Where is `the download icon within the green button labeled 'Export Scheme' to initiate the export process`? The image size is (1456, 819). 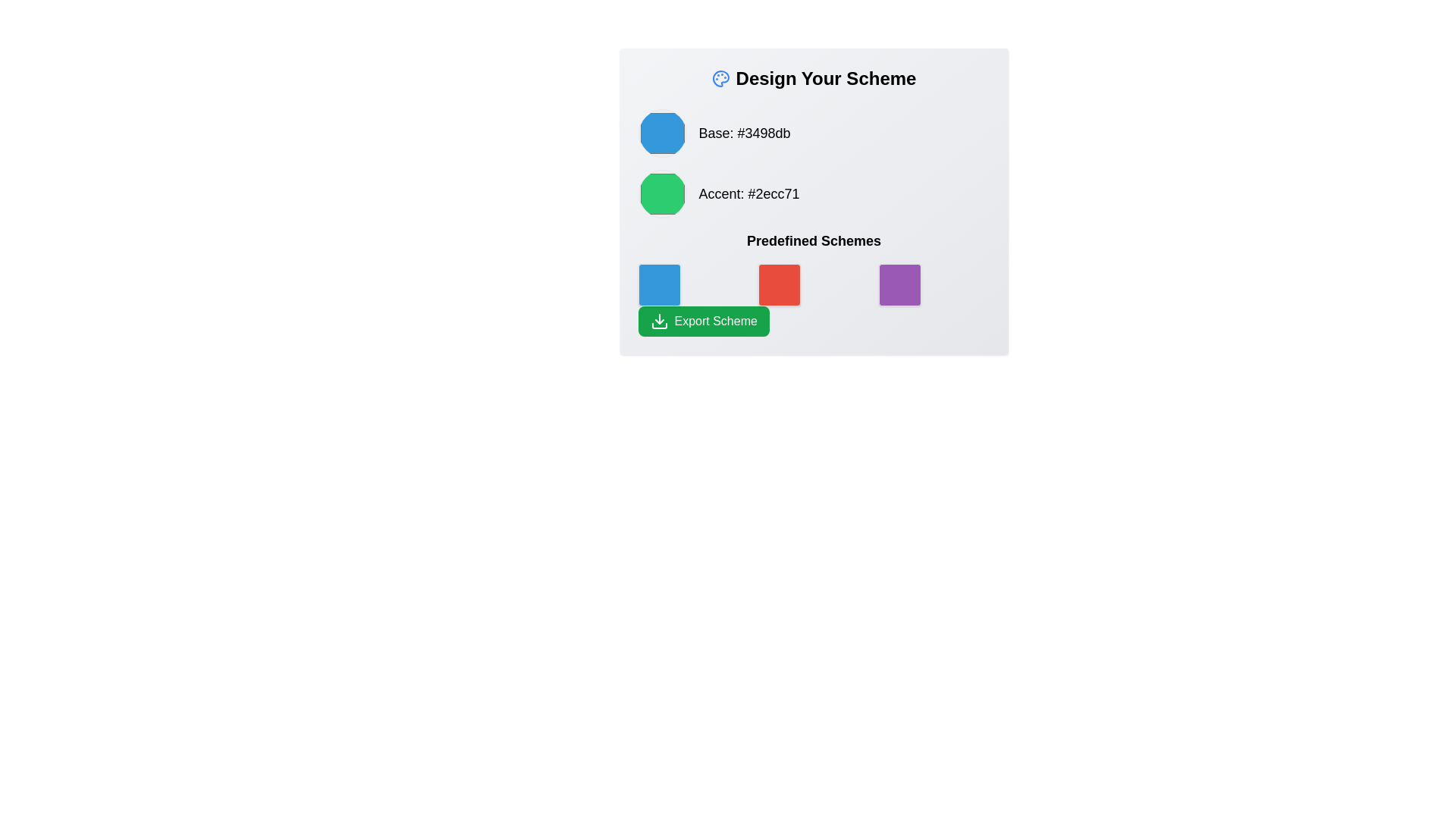 the download icon within the green button labeled 'Export Scheme' to initiate the export process is located at coordinates (659, 321).